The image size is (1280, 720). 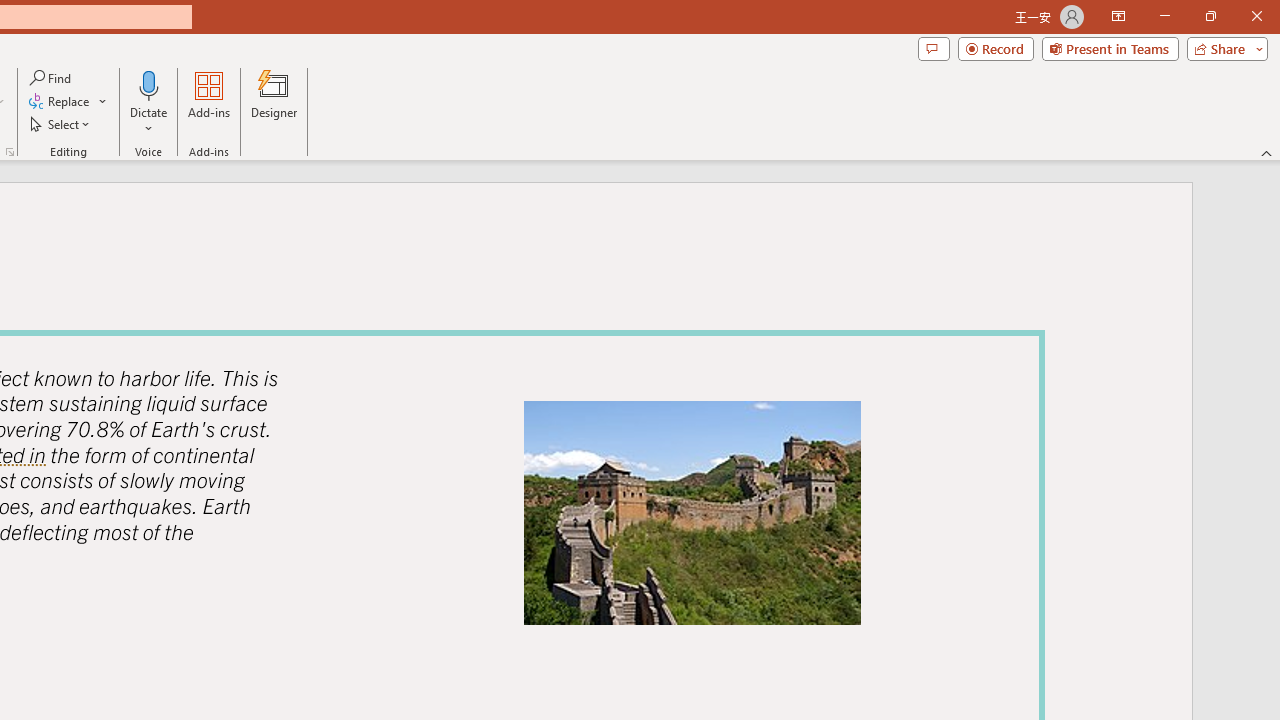 What do you see at coordinates (51, 77) in the screenshot?
I see `'Find...'` at bounding box center [51, 77].